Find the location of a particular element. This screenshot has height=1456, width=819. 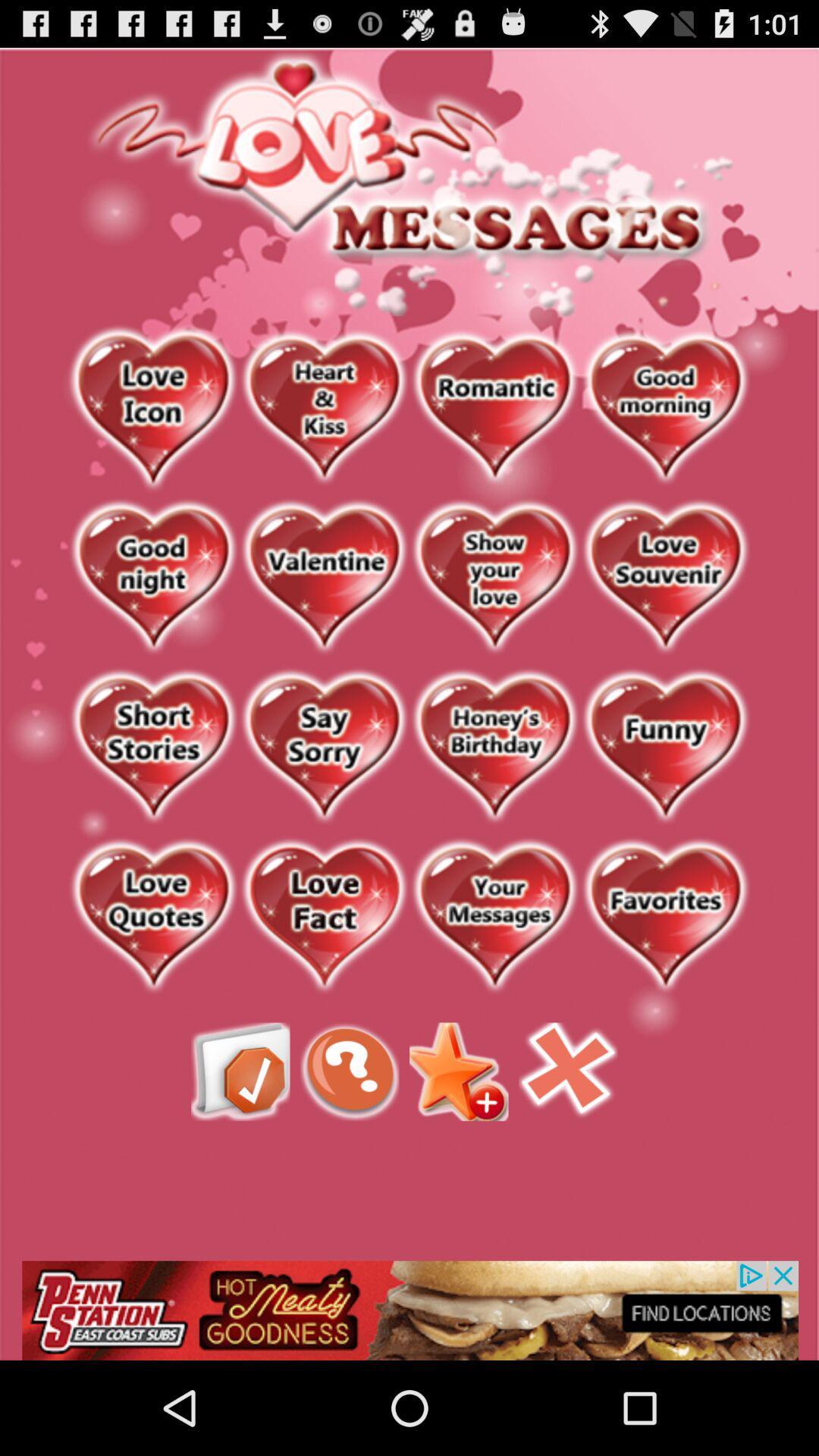

advertisement bar is located at coordinates (409, 1310).